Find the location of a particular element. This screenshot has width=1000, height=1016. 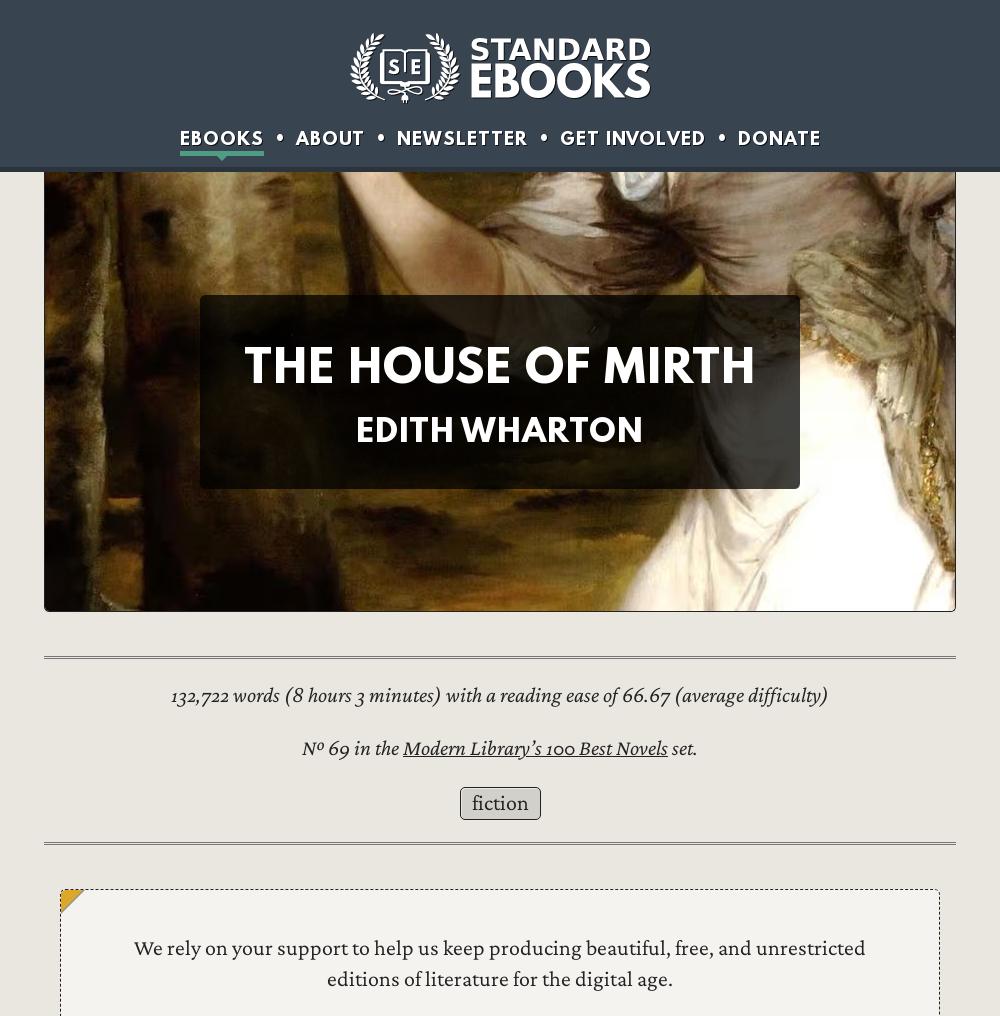

'Edith Wharton' is located at coordinates (500, 427).